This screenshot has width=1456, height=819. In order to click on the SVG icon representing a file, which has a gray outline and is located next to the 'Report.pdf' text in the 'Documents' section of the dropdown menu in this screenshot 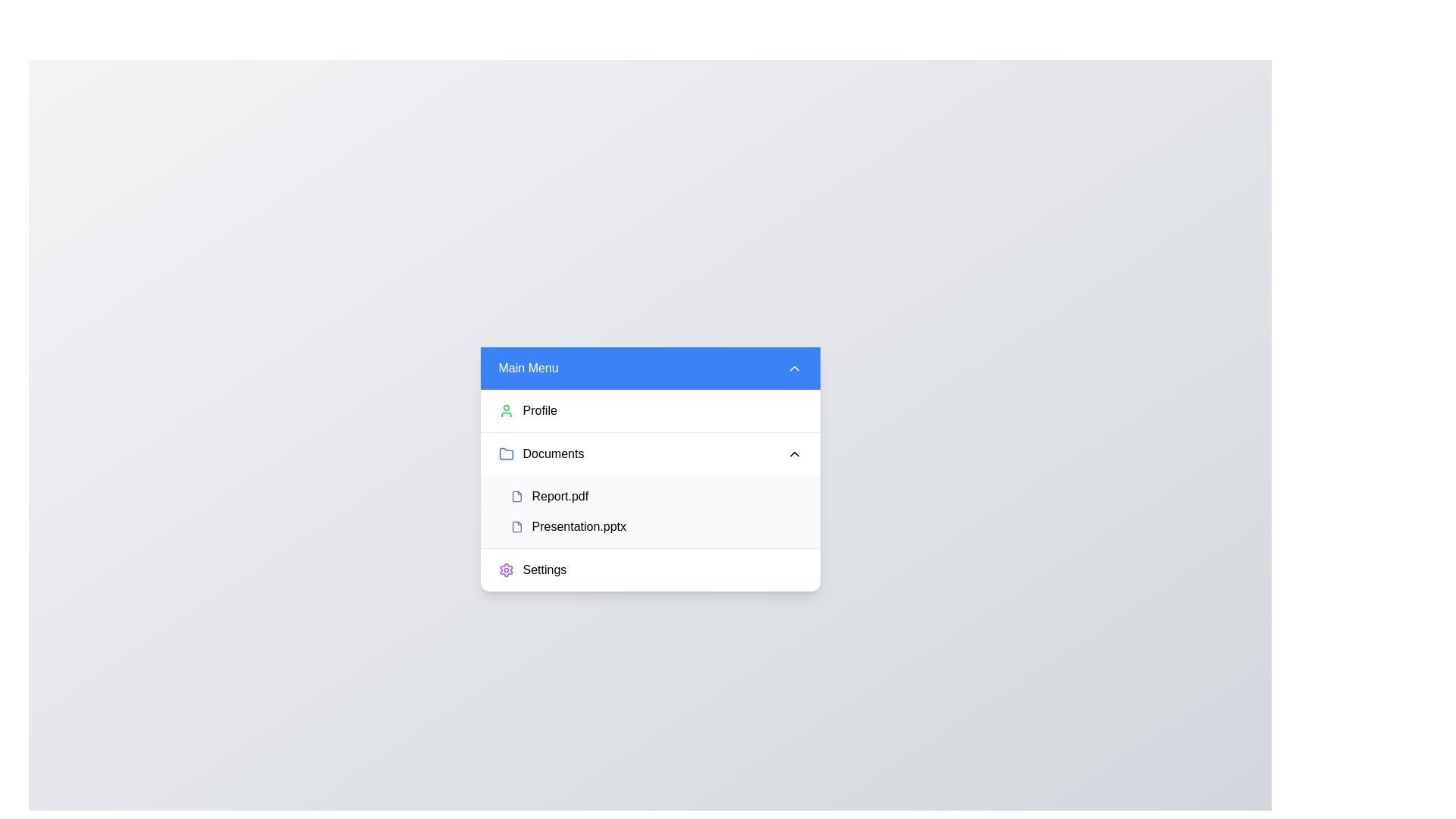, I will do `click(516, 497)`.